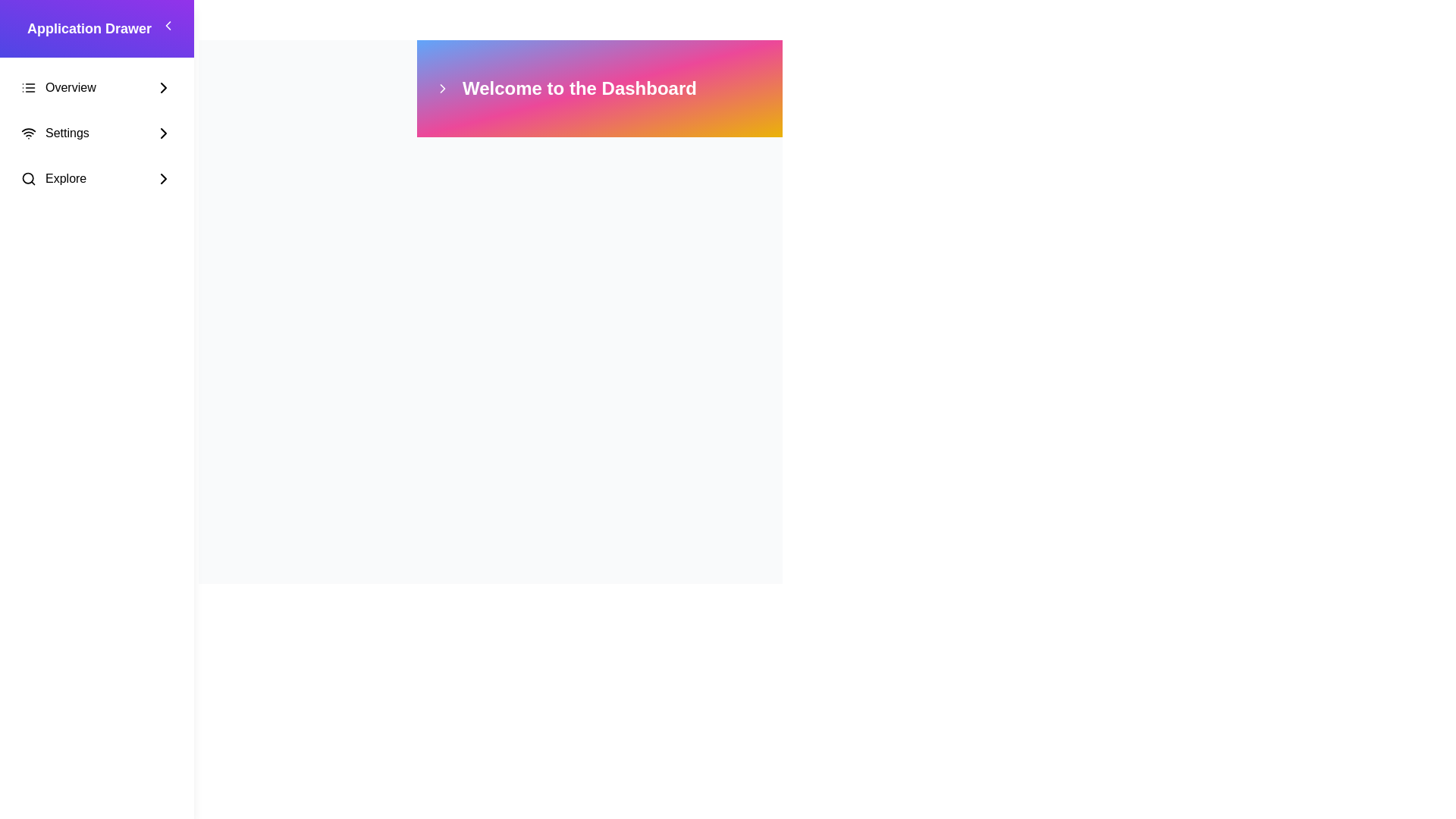 This screenshot has width=1456, height=819. What do you see at coordinates (29, 177) in the screenshot?
I see `the 'Explore' icon, which visually represents the search or discovery functionality, located to the left of the text label 'Explore'` at bounding box center [29, 177].